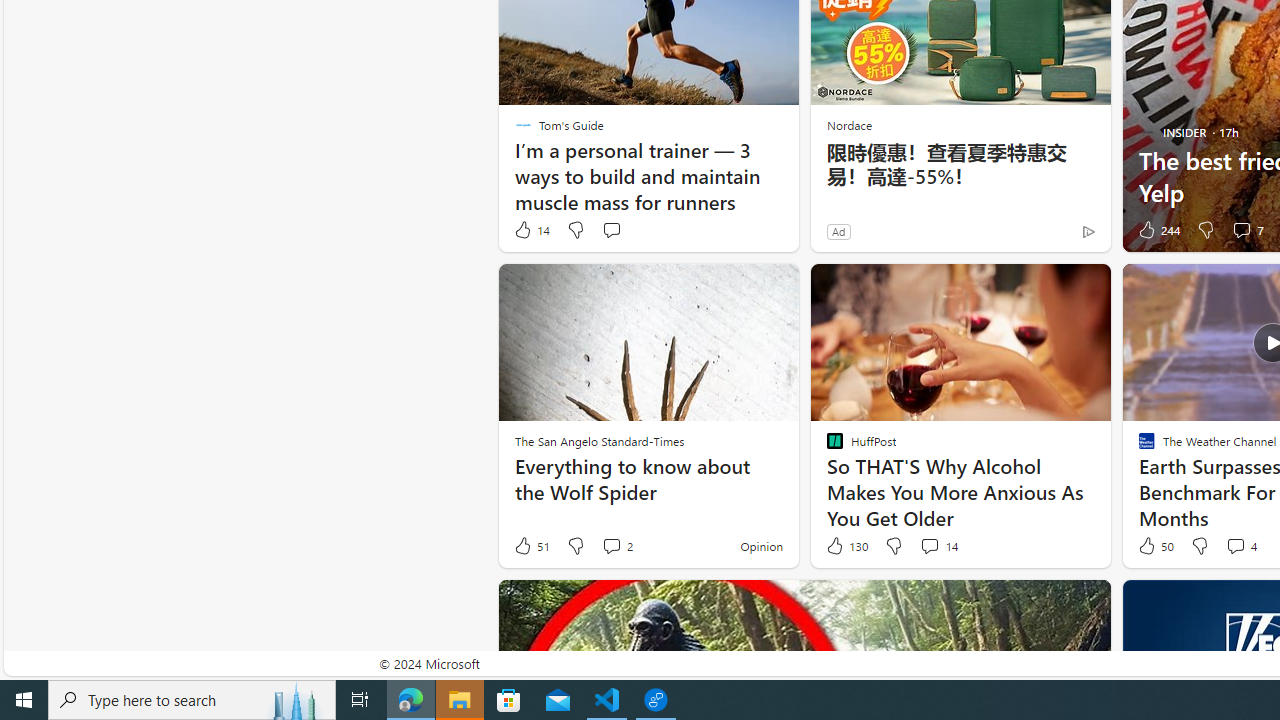  Describe the element at coordinates (1154, 546) in the screenshot. I see `'50 Like'` at that location.